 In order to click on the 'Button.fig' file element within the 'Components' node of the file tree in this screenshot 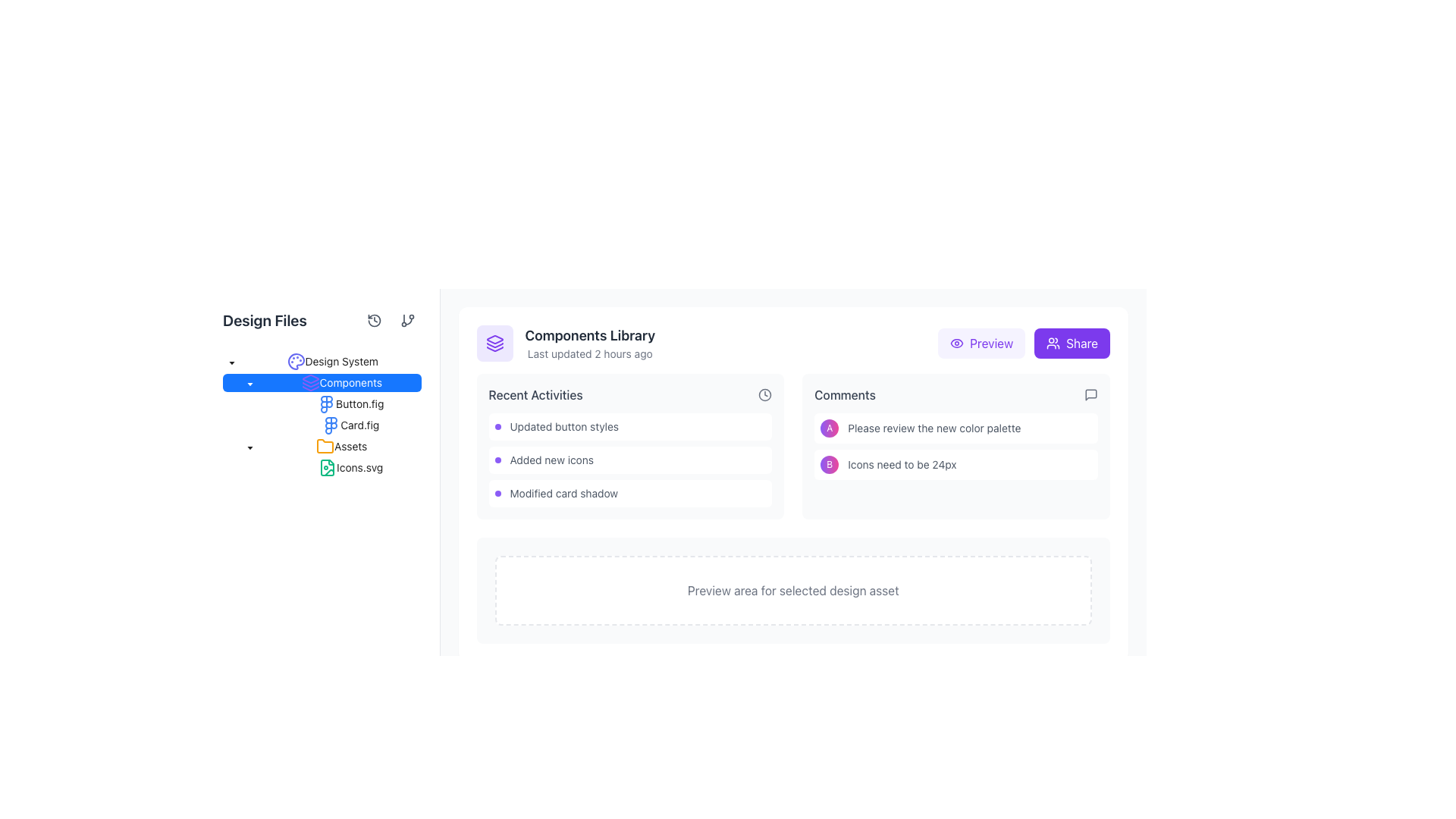, I will do `click(321, 403)`.